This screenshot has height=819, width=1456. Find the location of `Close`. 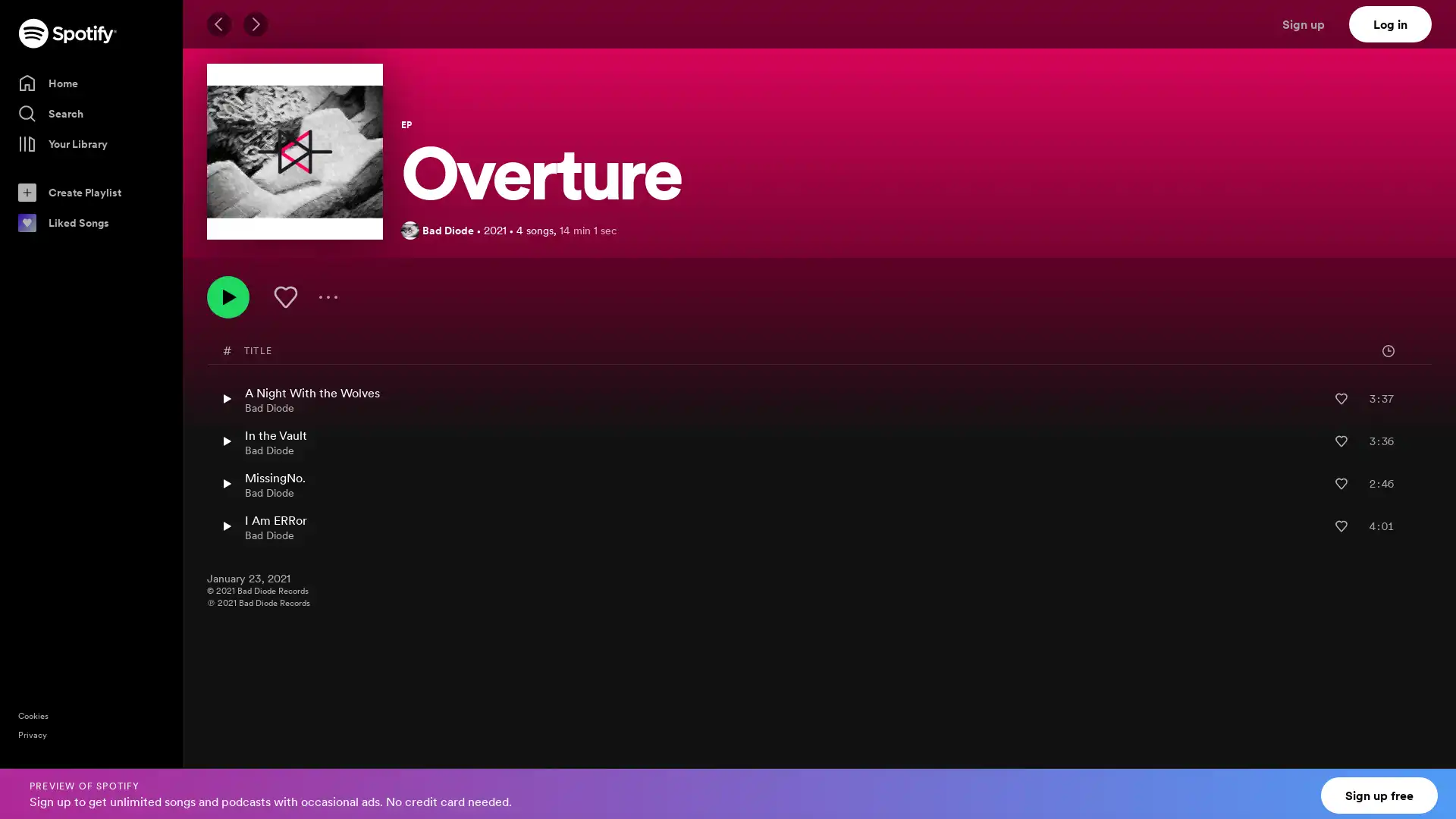

Close is located at coordinates (1430, 784).